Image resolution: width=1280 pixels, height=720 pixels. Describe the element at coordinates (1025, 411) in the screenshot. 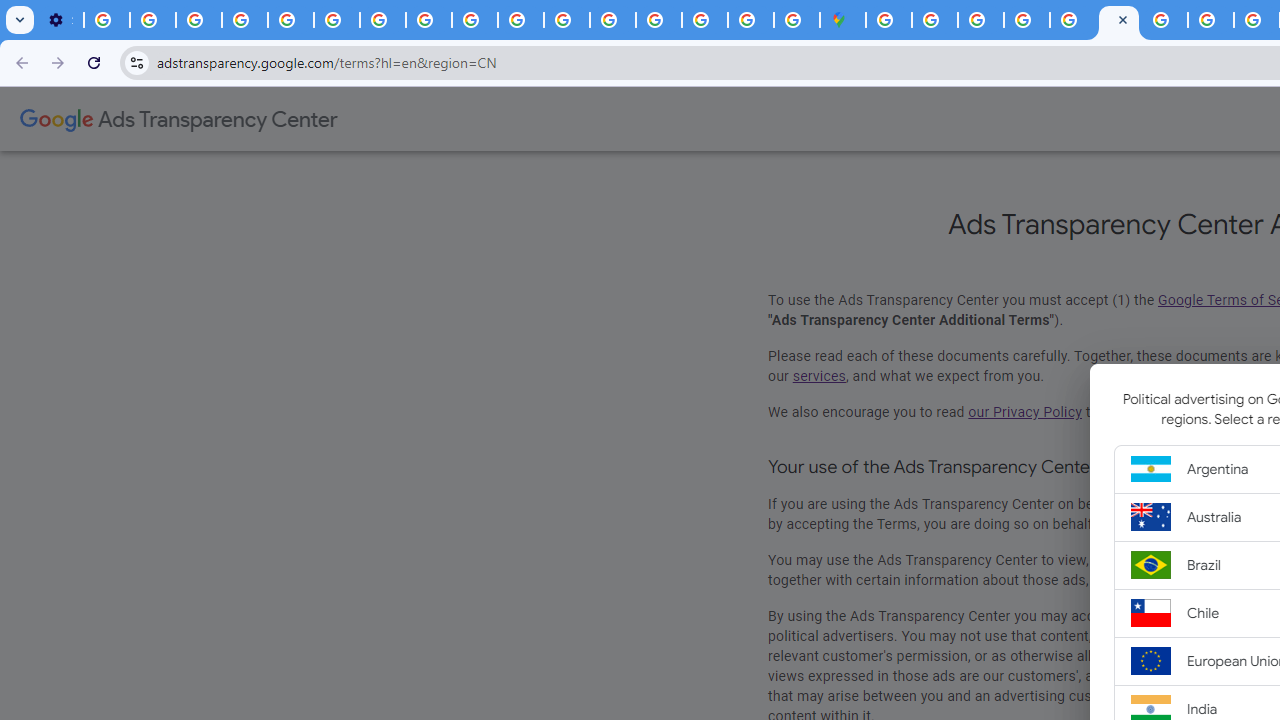

I see `'our Privacy Policy'` at that location.